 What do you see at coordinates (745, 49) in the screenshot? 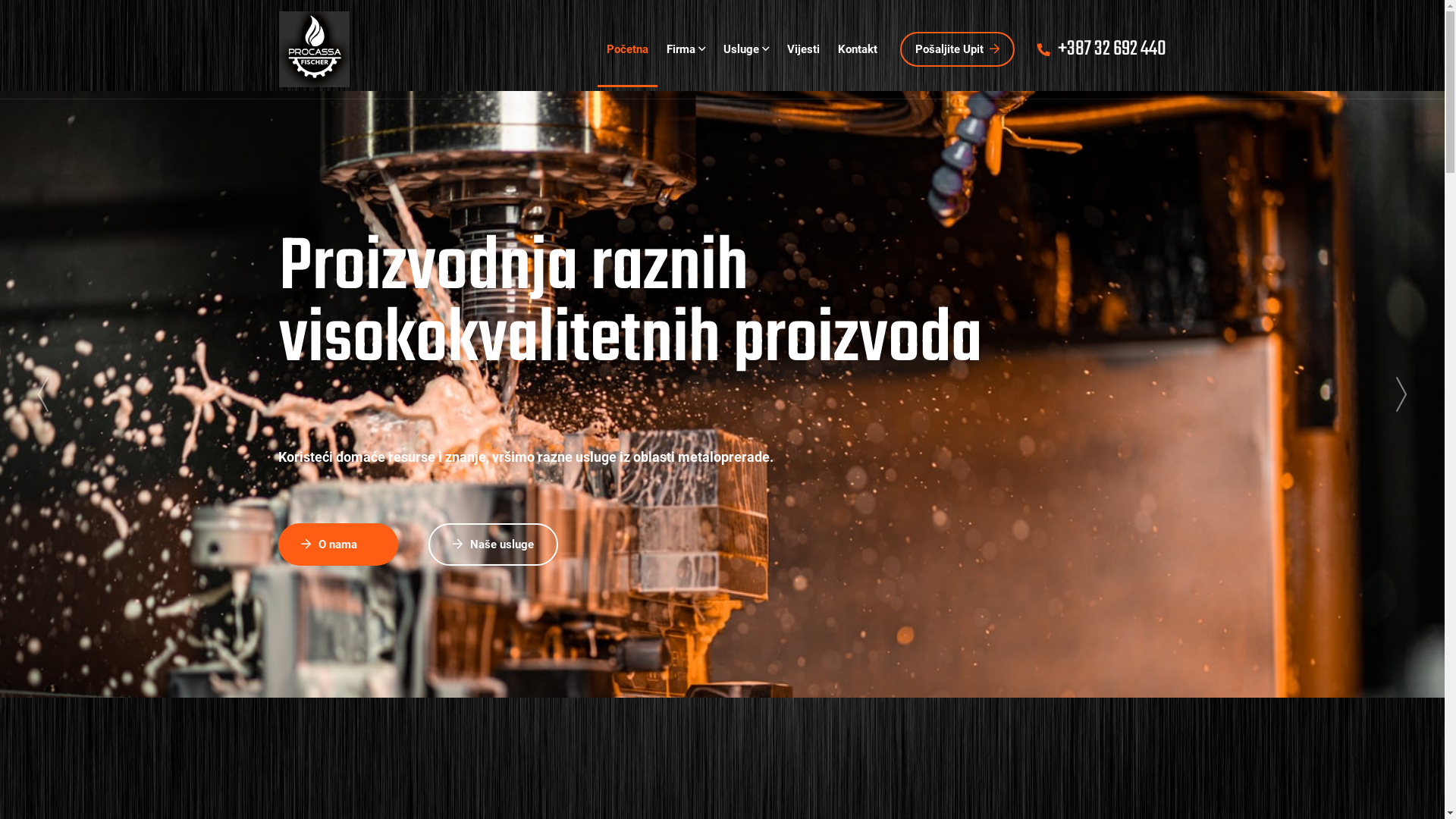
I see `'Usluge'` at bounding box center [745, 49].